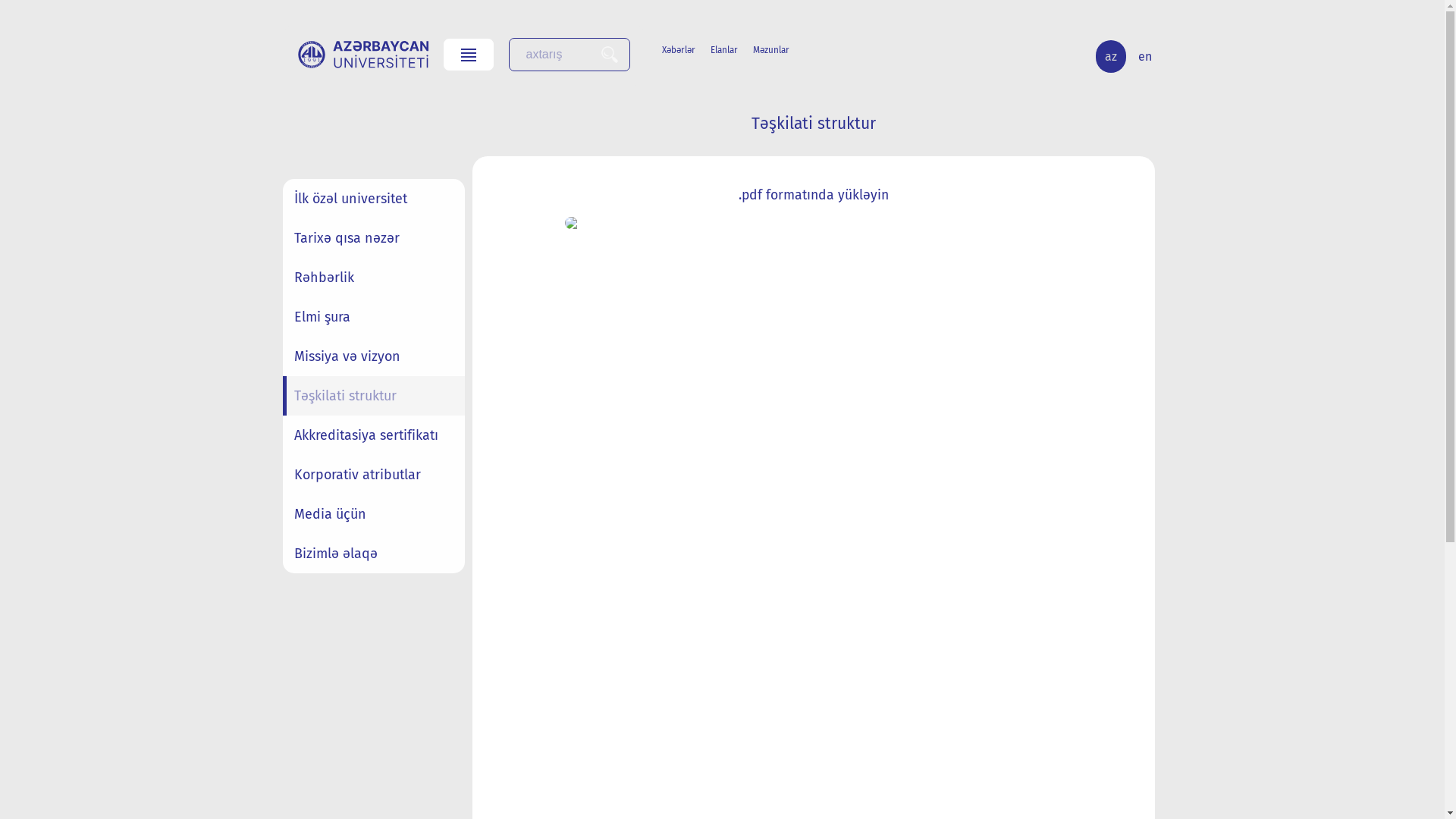 This screenshot has height=819, width=1456. What do you see at coordinates (1110, 55) in the screenshot?
I see `'az'` at bounding box center [1110, 55].